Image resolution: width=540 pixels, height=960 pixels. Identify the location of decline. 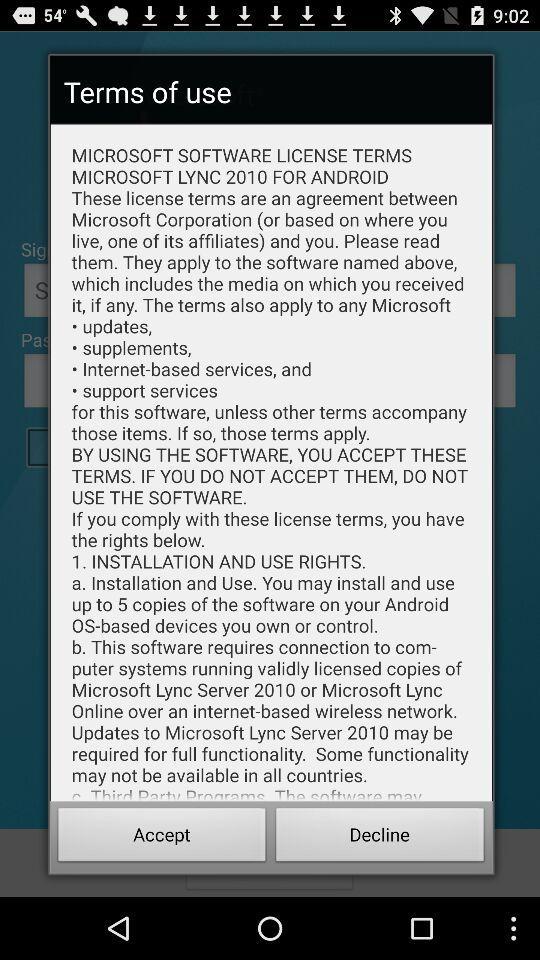
(380, 837).